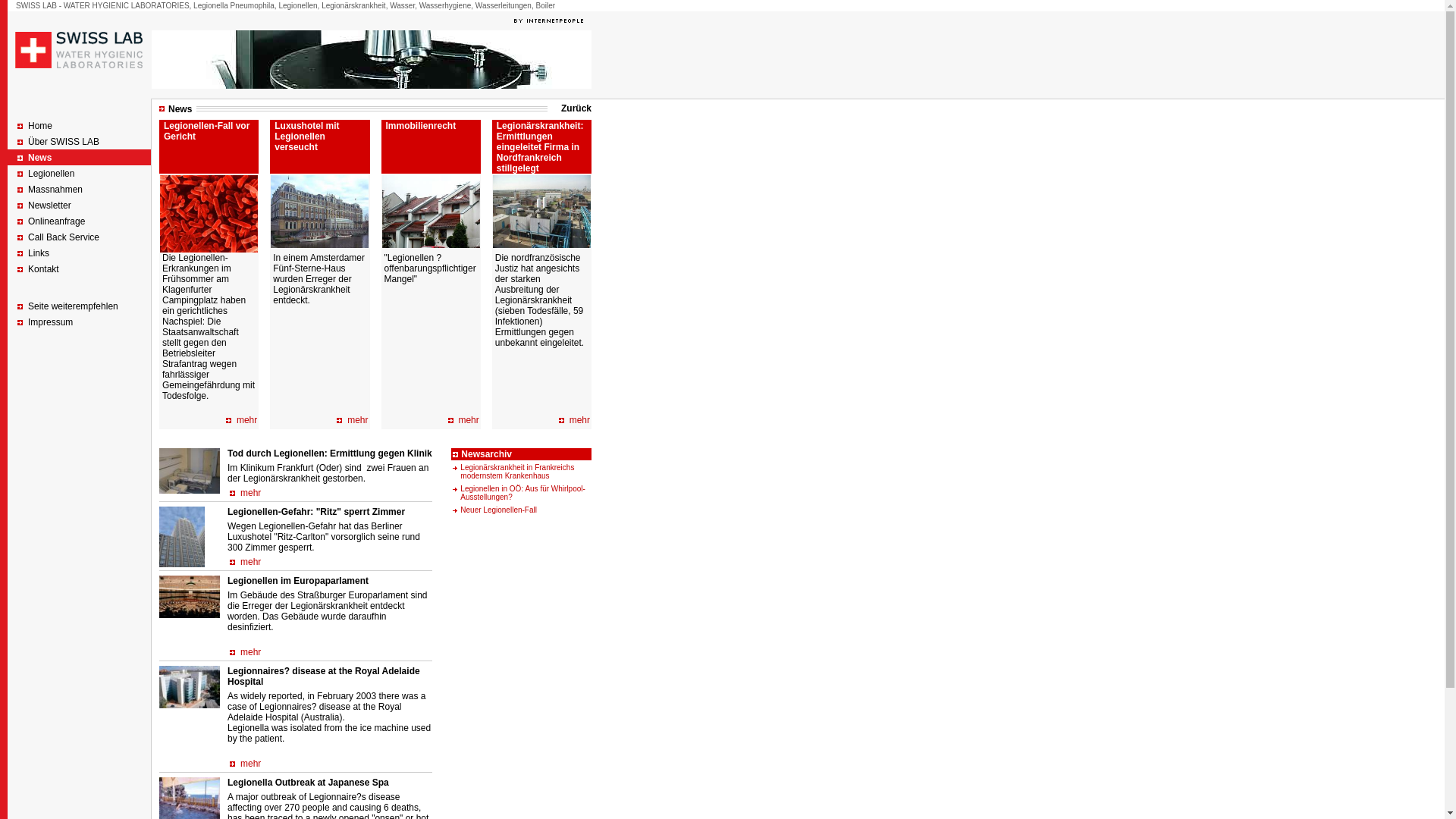 Image resolution: width=1456 pixels, height=819 pixels. What do you see at coordinates (39, 158) in the screenshot?
I see `'News'` at bounding box center [39, 158].